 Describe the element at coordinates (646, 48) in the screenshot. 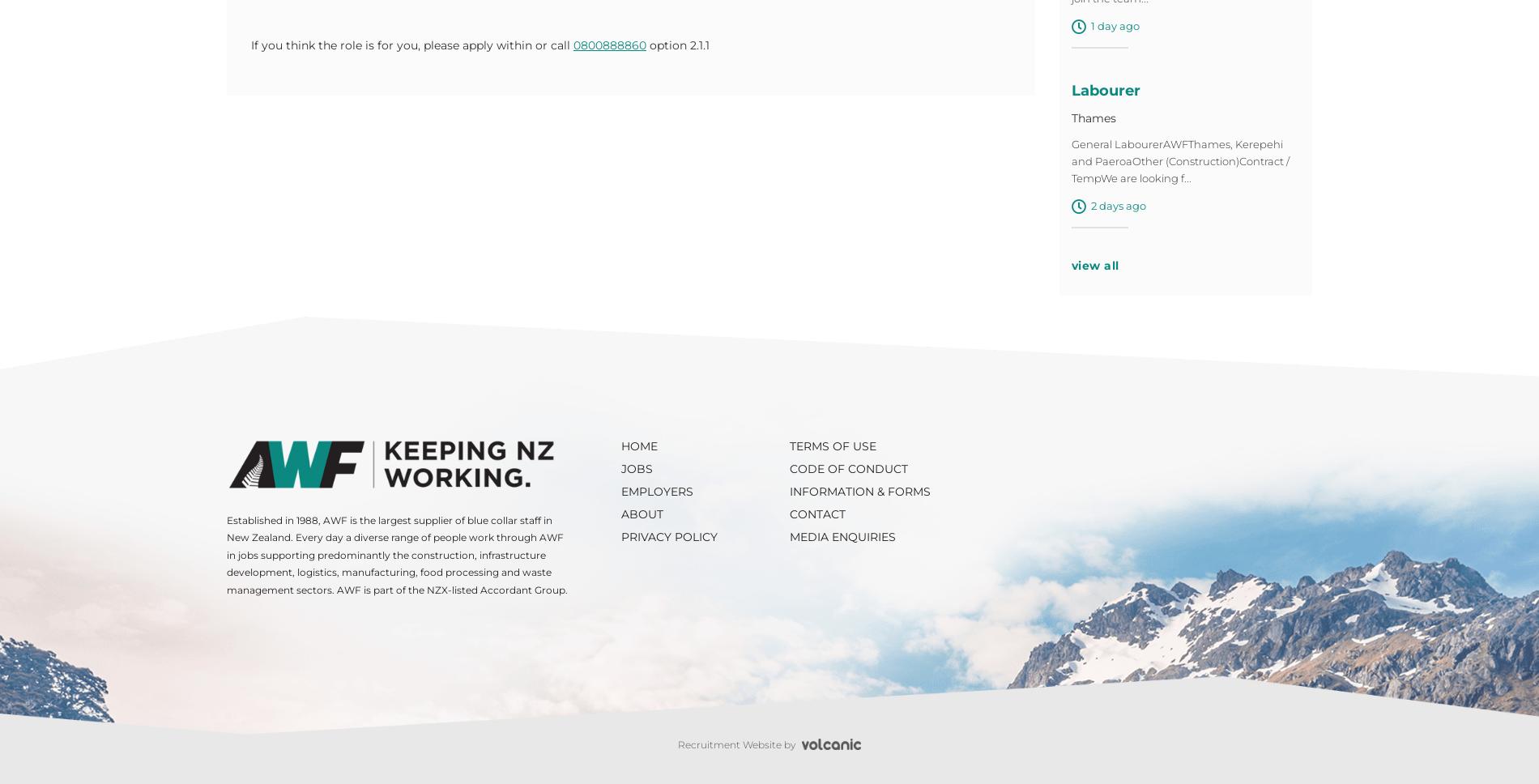

I see `'option 2.1.1'` at that location.